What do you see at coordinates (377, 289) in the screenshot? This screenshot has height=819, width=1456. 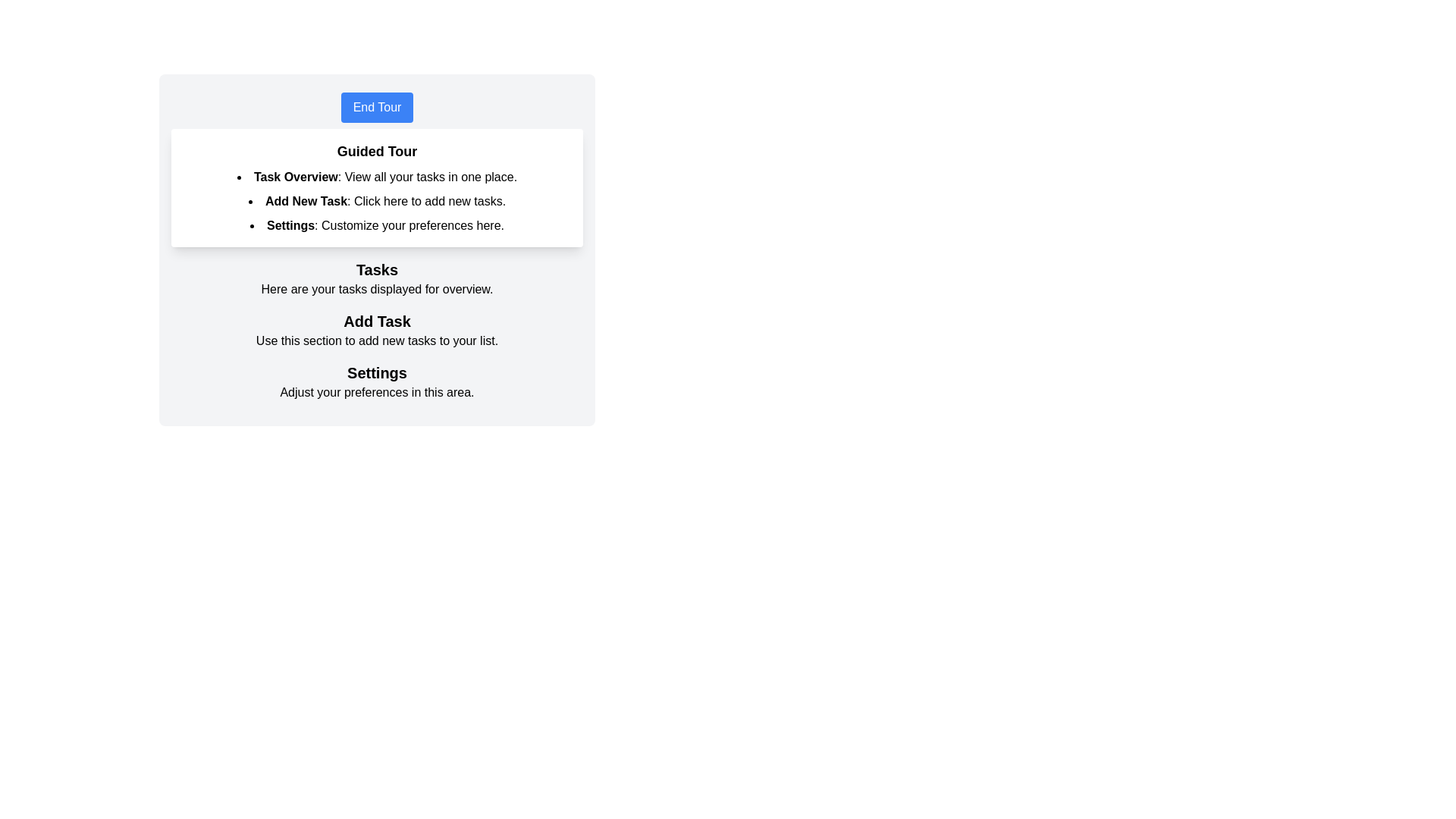 I see `the descriptive text that states 'Here are your tasks displayed for overview.' which is positioned directly below the title 'Tasks'` at bounding box center [377, 289].